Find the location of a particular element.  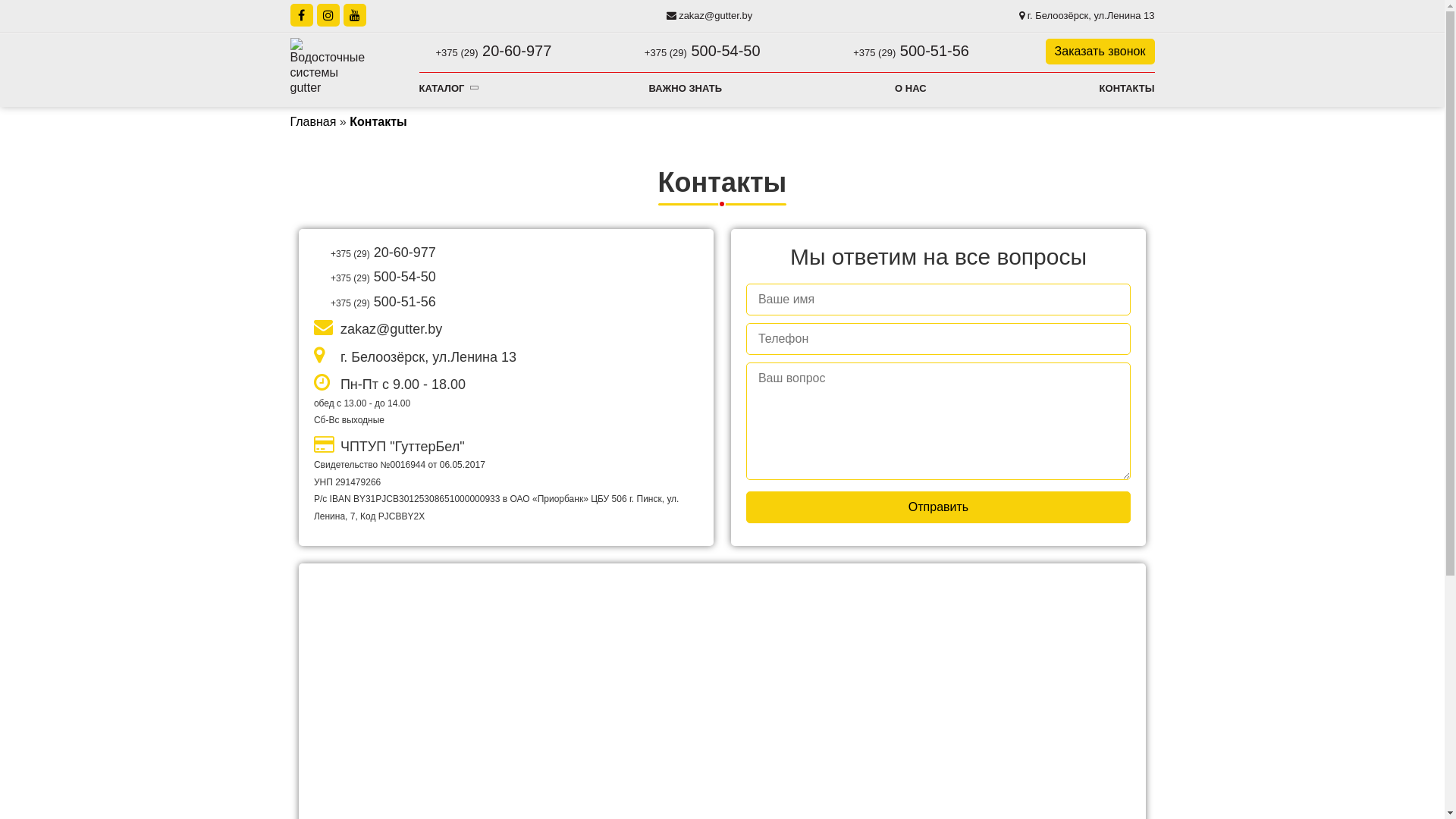

'+375 (29) 20-60-977' is located at coordinates (419, 50).